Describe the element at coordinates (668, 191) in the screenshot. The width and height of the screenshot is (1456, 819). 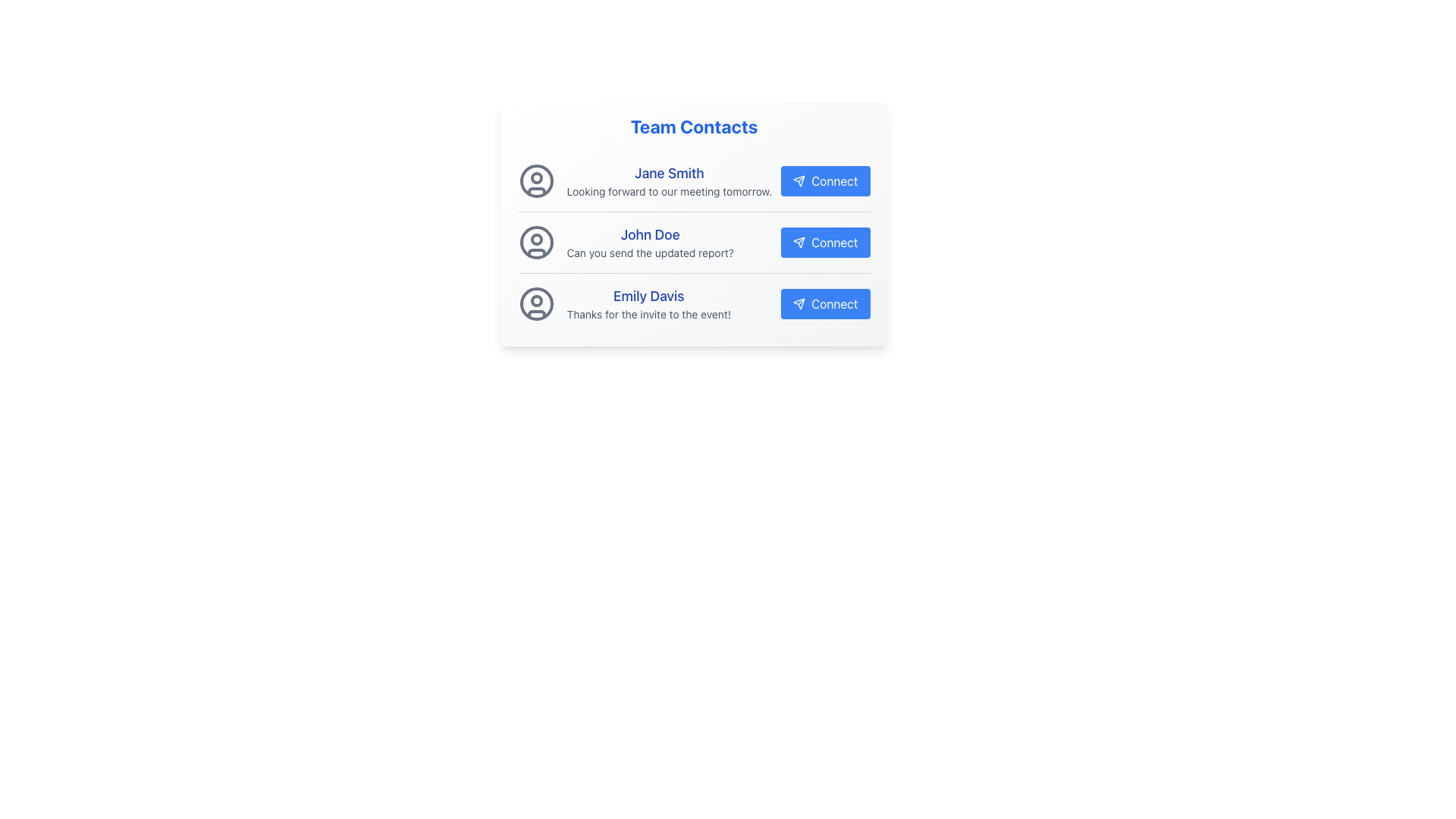
I see `the Text label displaying a personal message or comment associated with the user 'Jane Smith', located in the 'Team Contacts' section, positioned below the name header and above the 'Connect' button` at that location.